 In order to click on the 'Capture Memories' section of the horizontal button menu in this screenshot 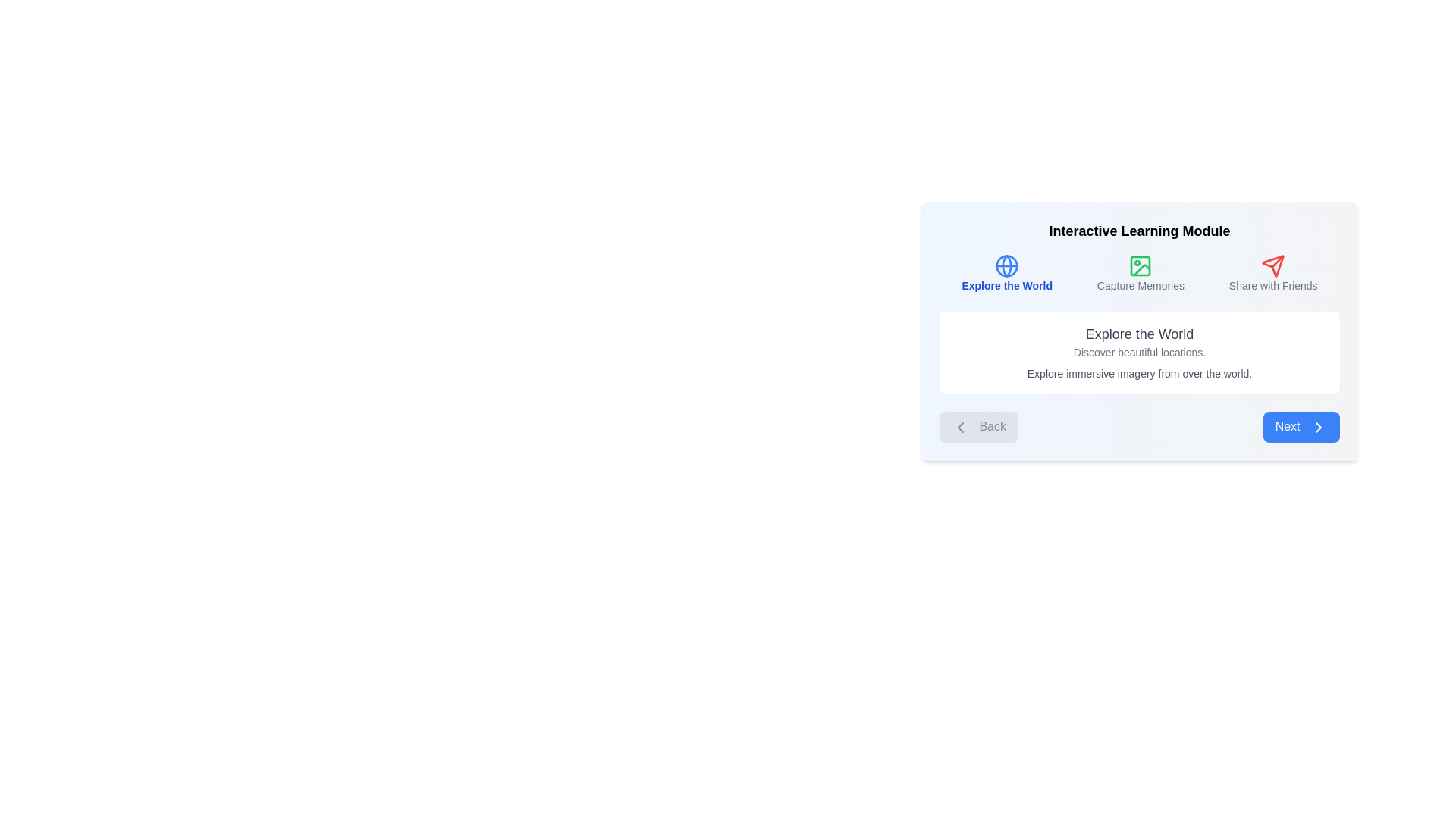, I will do `click(1139, 274)`.